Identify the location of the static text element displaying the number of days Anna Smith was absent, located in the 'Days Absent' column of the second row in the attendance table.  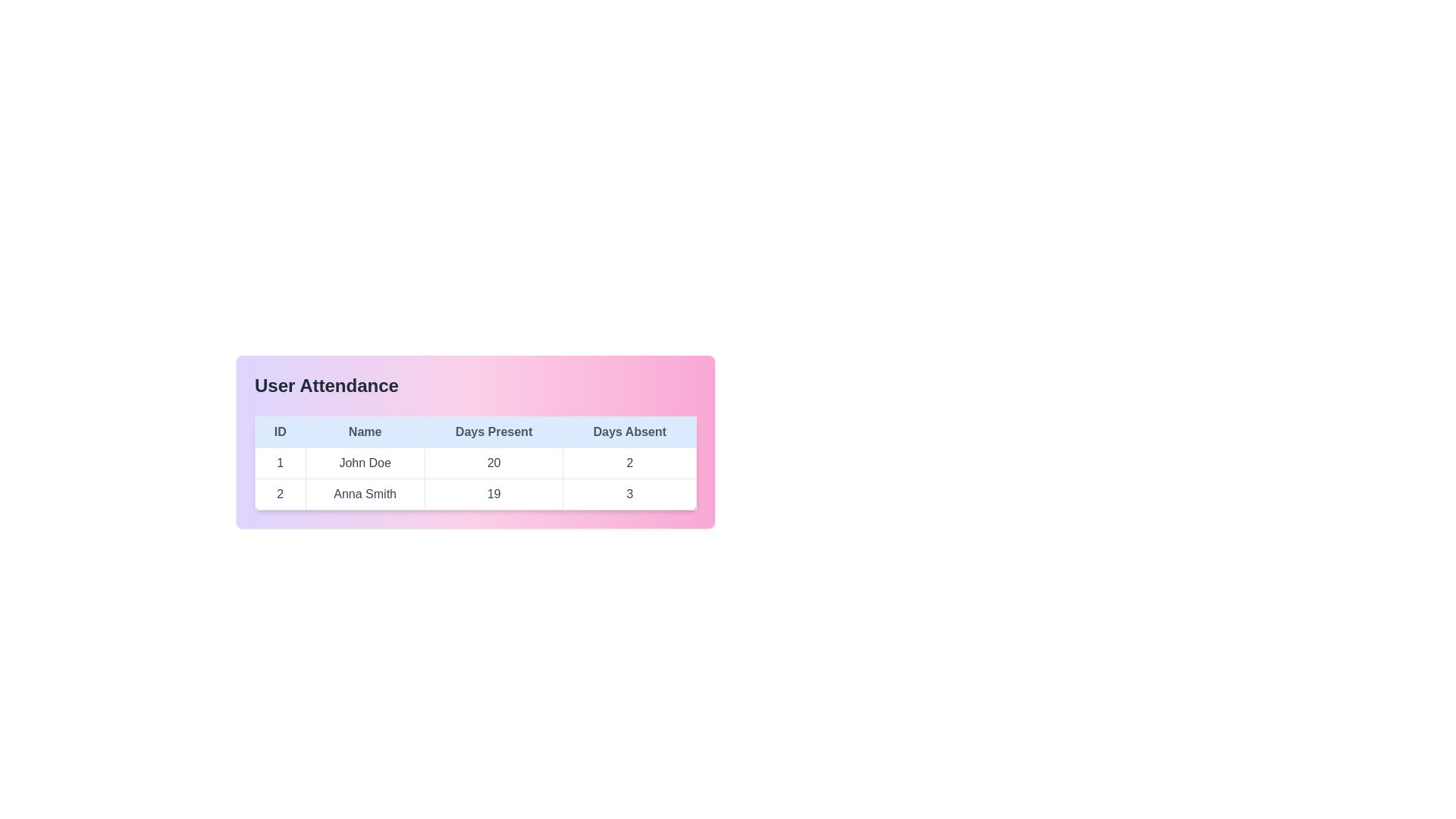
(629, 494).